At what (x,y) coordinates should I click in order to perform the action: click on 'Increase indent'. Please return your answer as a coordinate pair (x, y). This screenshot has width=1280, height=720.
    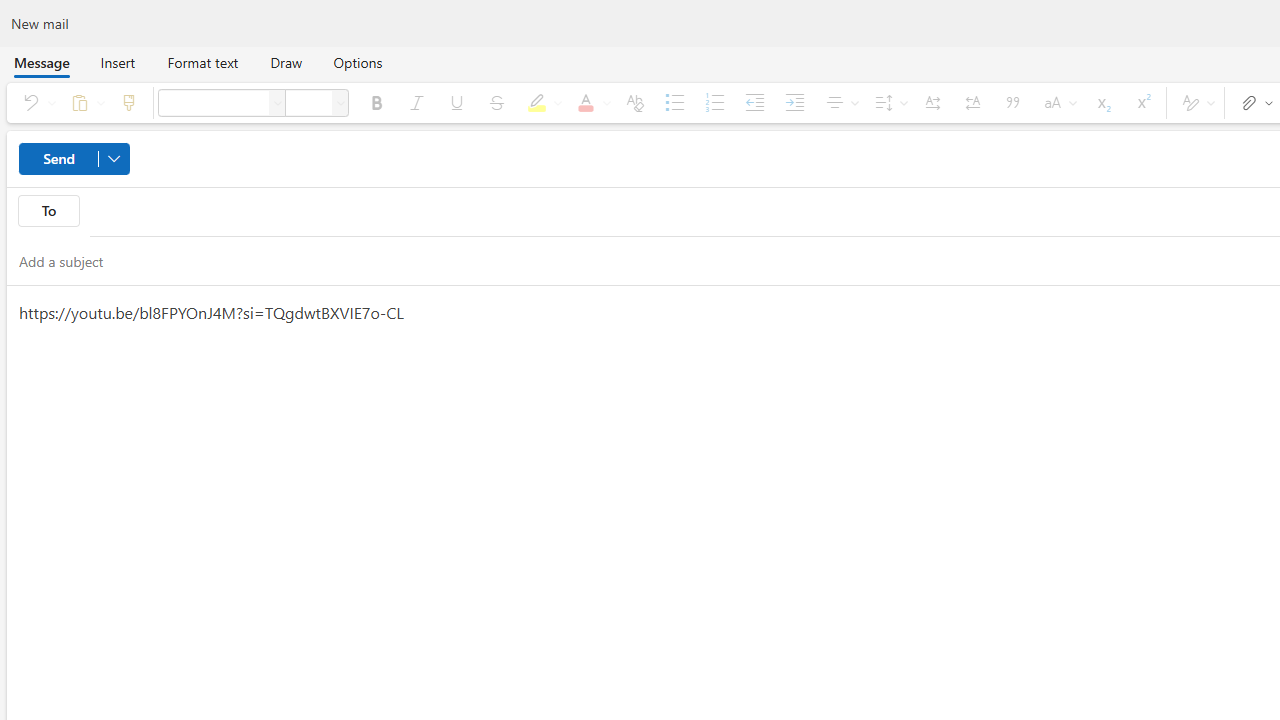
    Looking at the image, I should click on (793, 102).